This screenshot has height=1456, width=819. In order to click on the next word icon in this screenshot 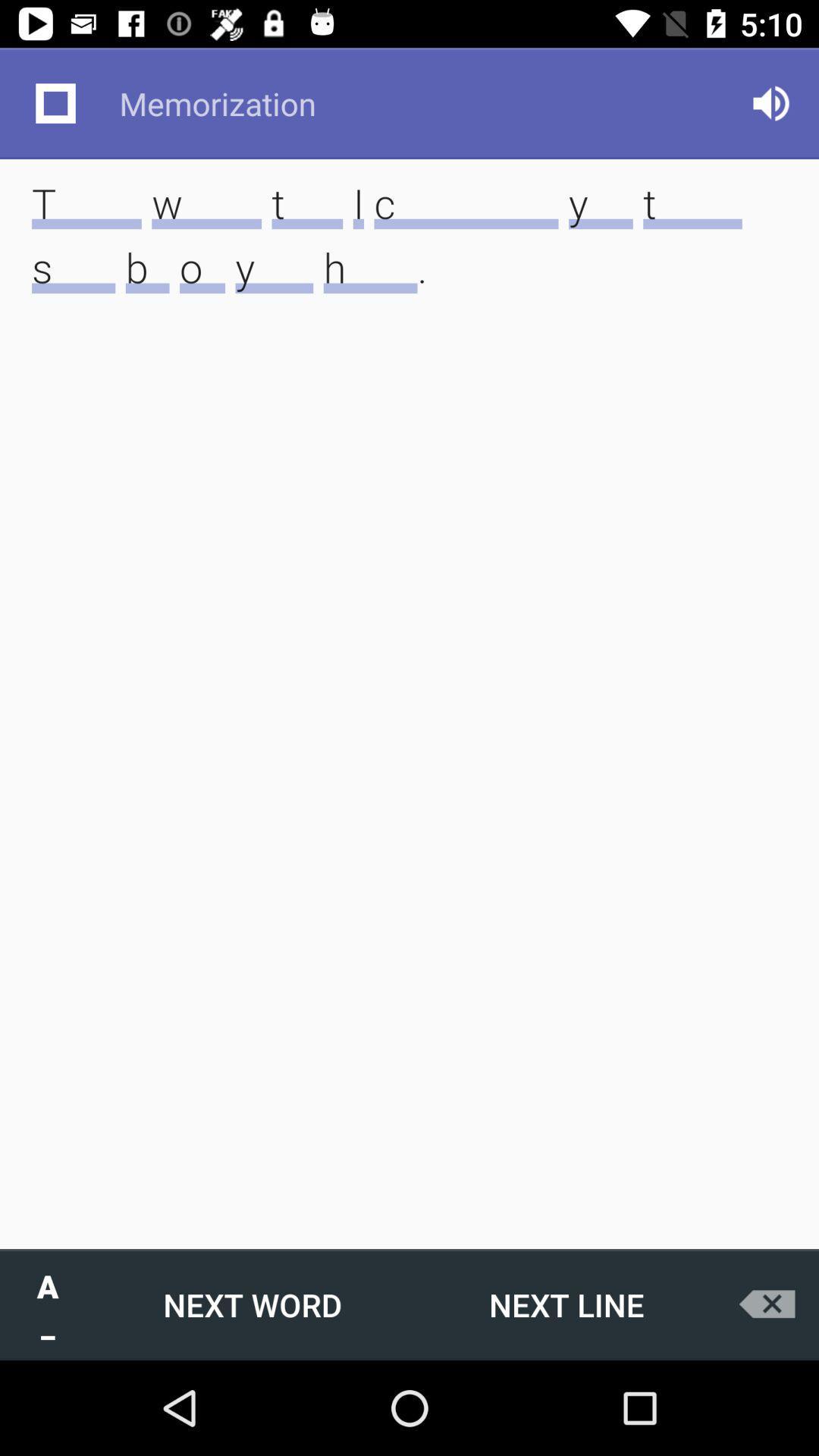, I will do `click(251, 1304)`.